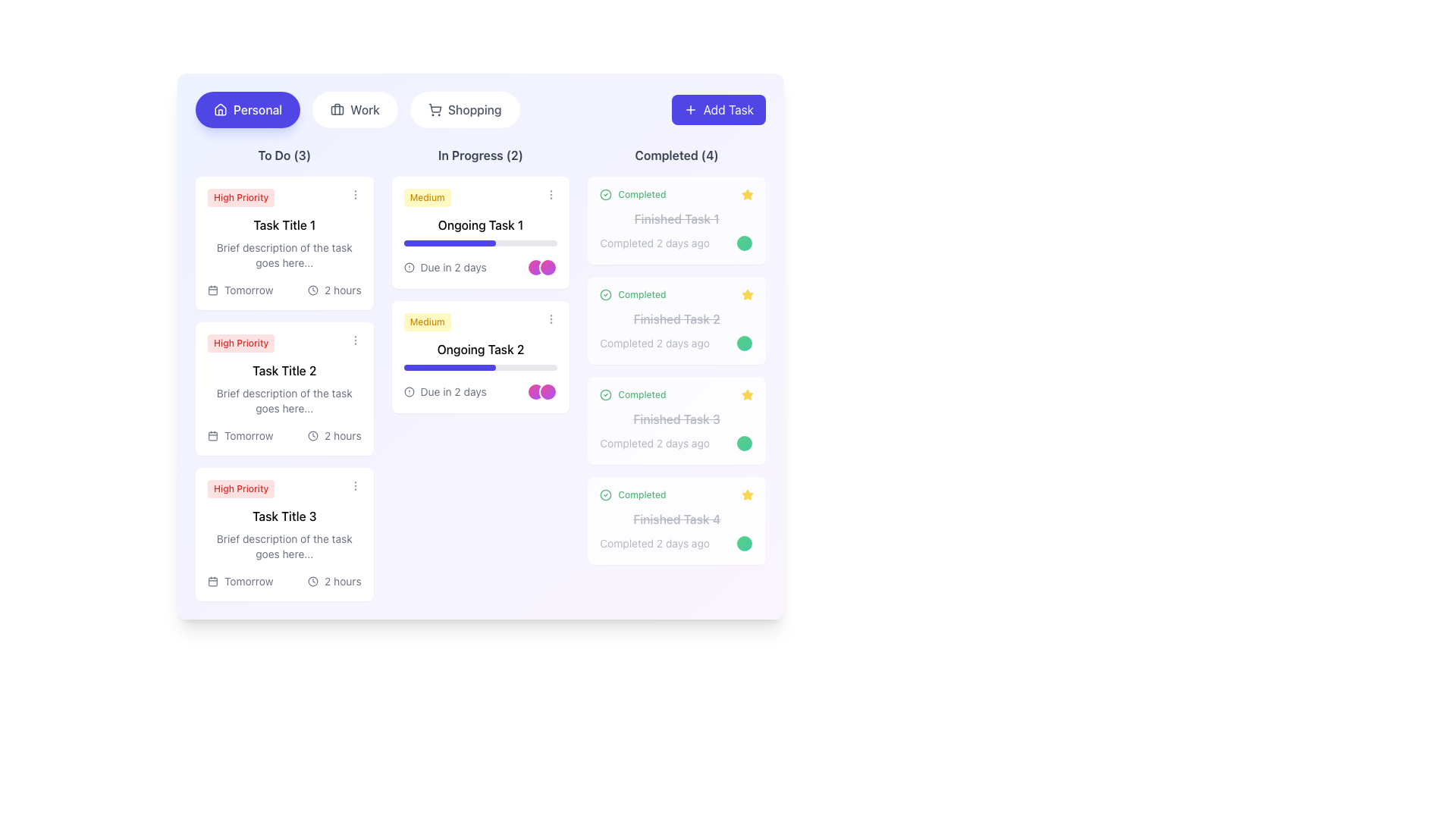 The width and height of the screenshot is (1456, 819). Describe the element at coordinates (745, 444) in the screenshot. I see `the circular green status indicator located in the 'Completed' section, adjacent to the text 'Completed 2 days ago'` at that location.